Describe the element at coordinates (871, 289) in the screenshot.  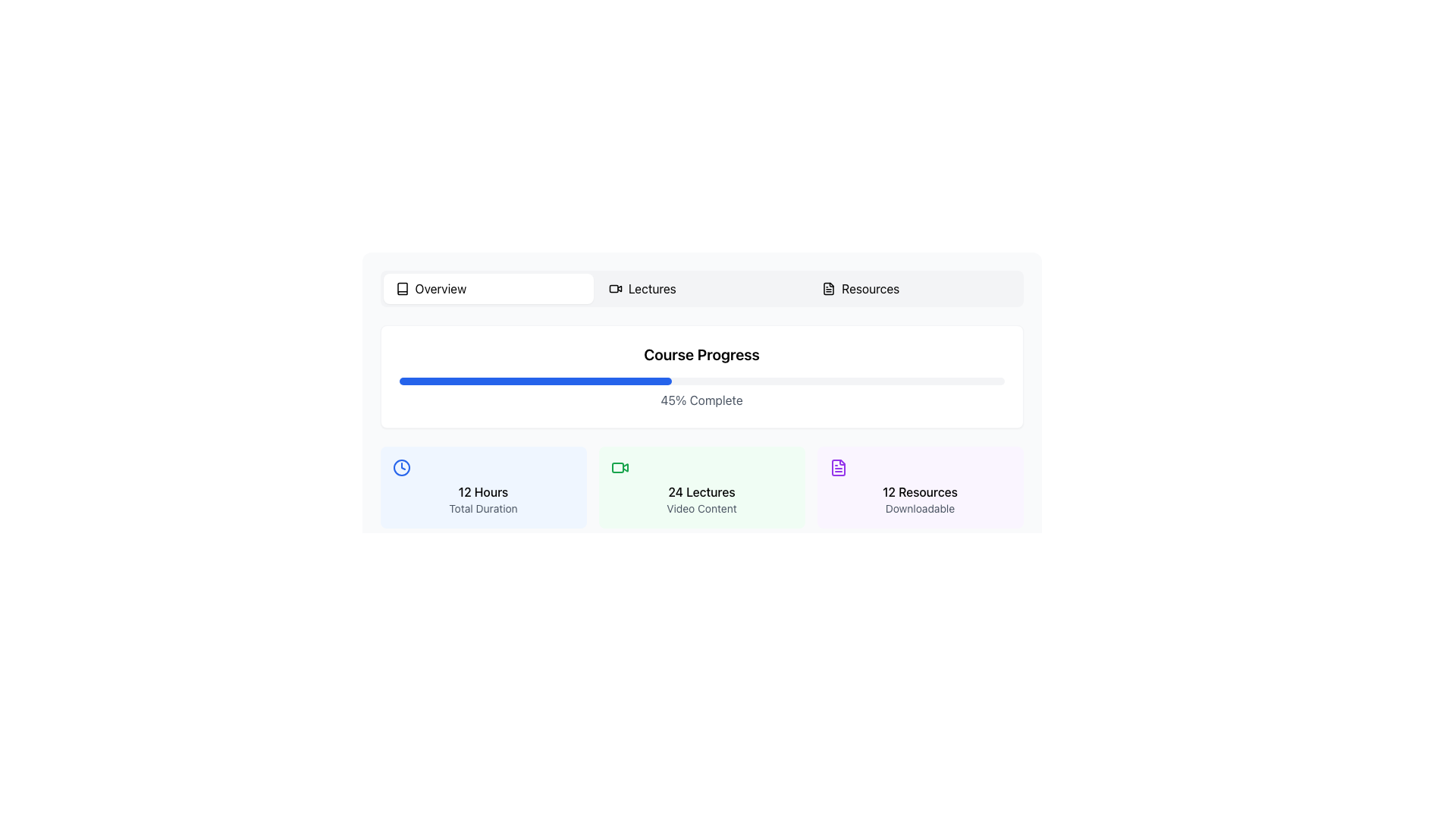
I see `the 'Resources' text label in the navigation menu` at that location.